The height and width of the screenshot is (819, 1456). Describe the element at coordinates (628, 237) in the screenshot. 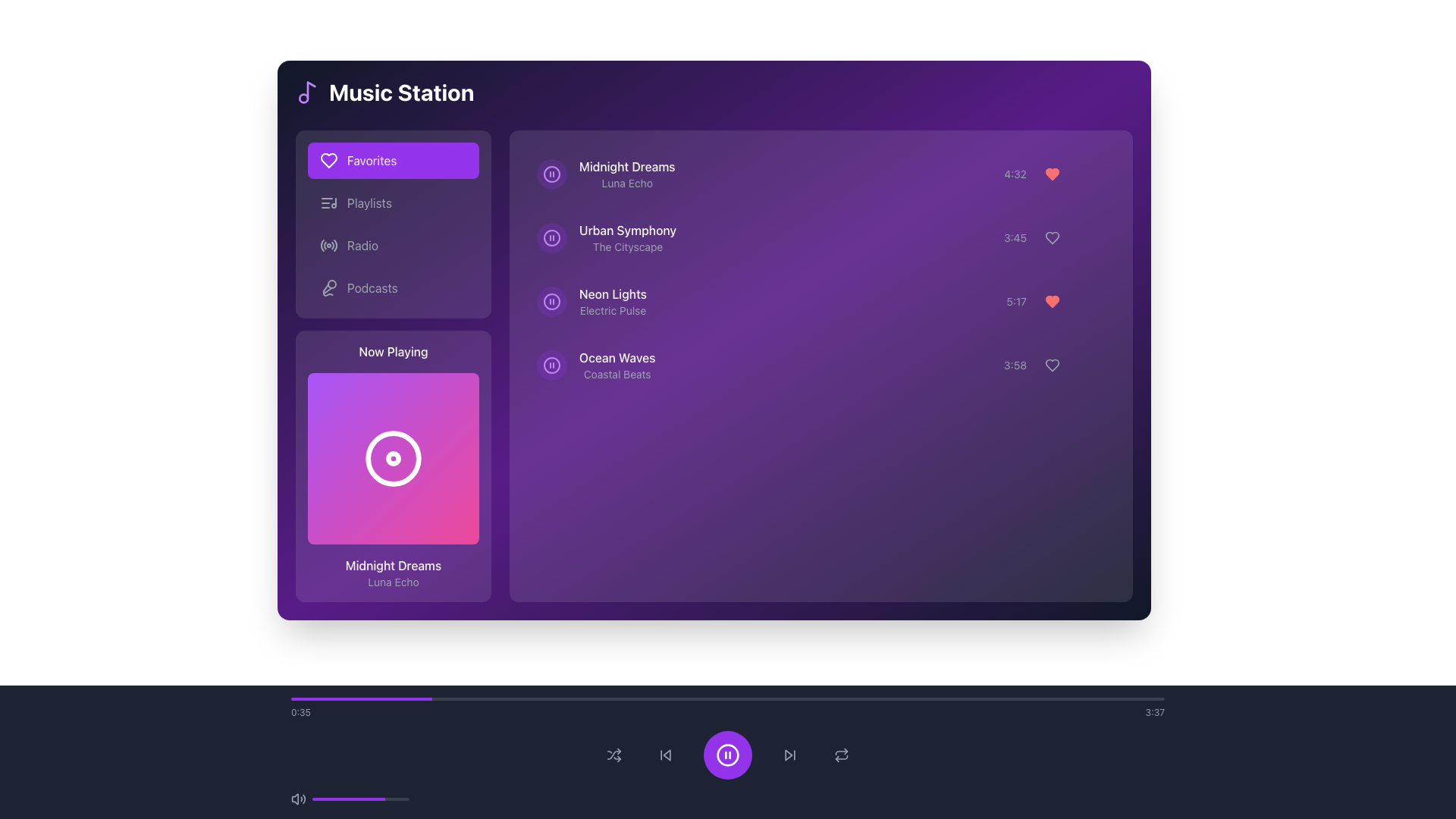

I see `the text label group displaying 'Urban Symphony' and 'The Cityscape' to play the associated song` at that location.